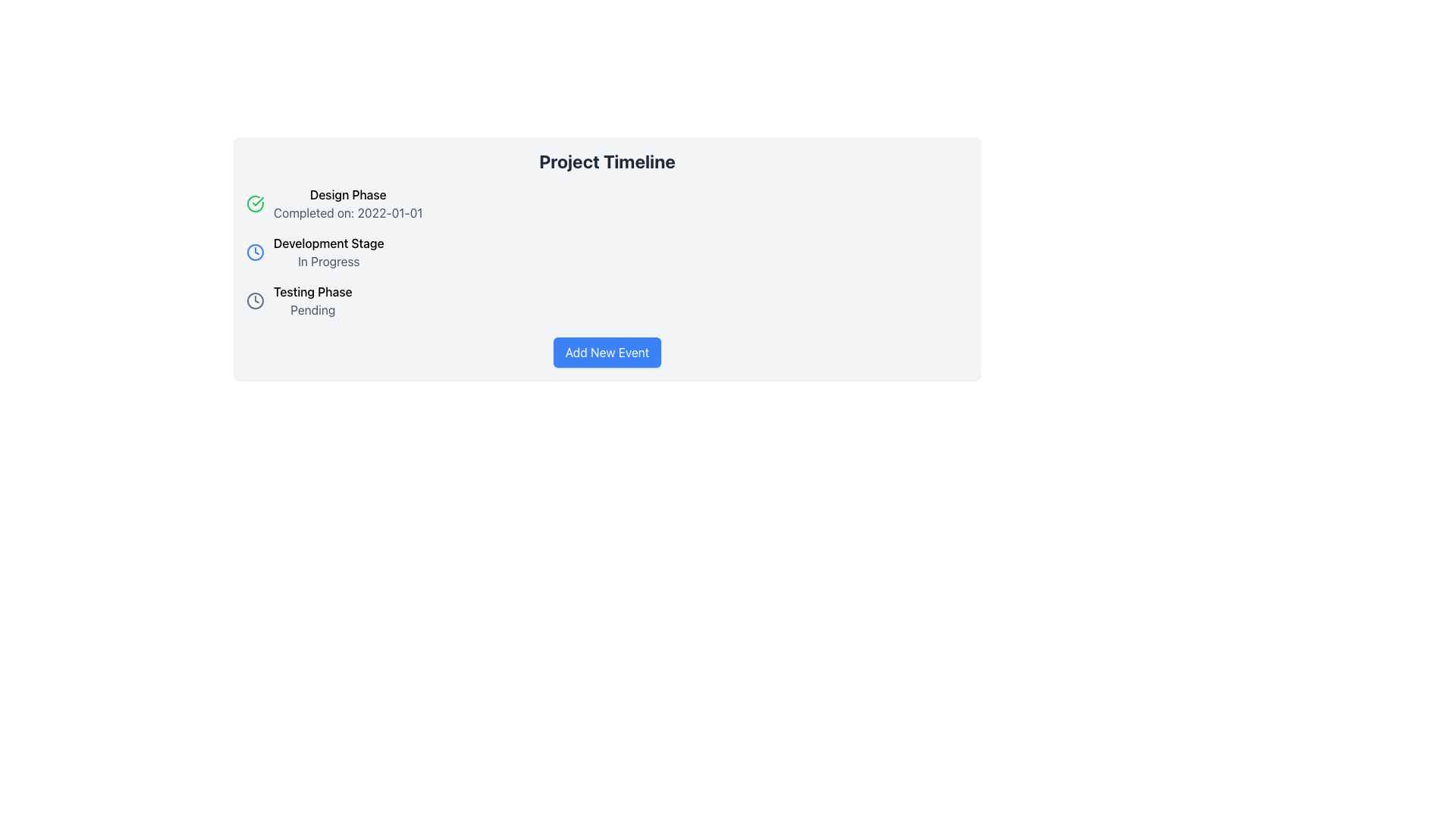 The image size is (1456, 819). Describe the element at coordinates (312, 292) in the screenshot. I see `the text label displaying 'Testing Phase' in bold black font, located in the third row of the project timeline list` at that location.